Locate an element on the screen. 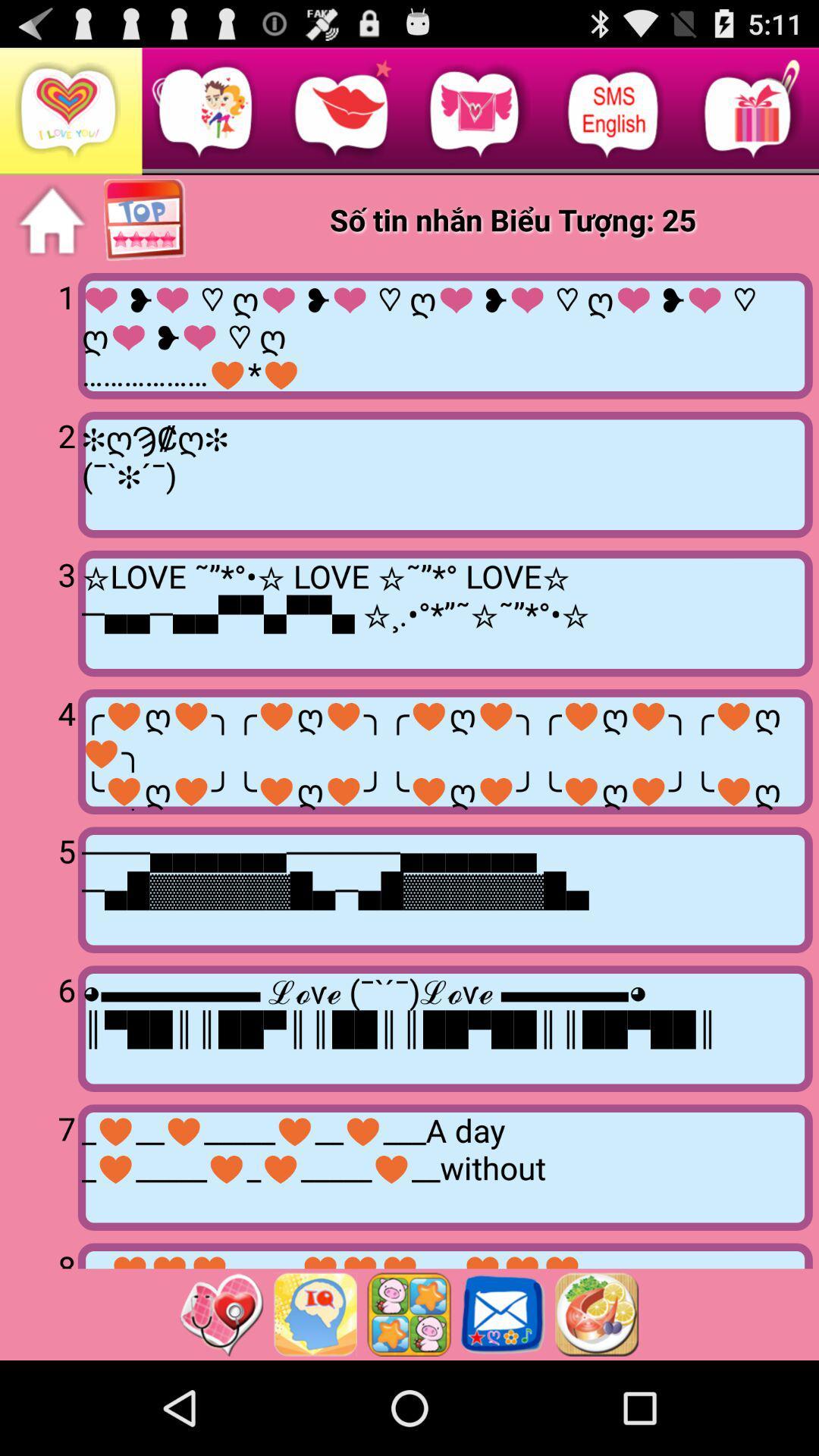 The image size is (819, 1456). the icon to the right of the 1 item is located at coordinates (444, 335).